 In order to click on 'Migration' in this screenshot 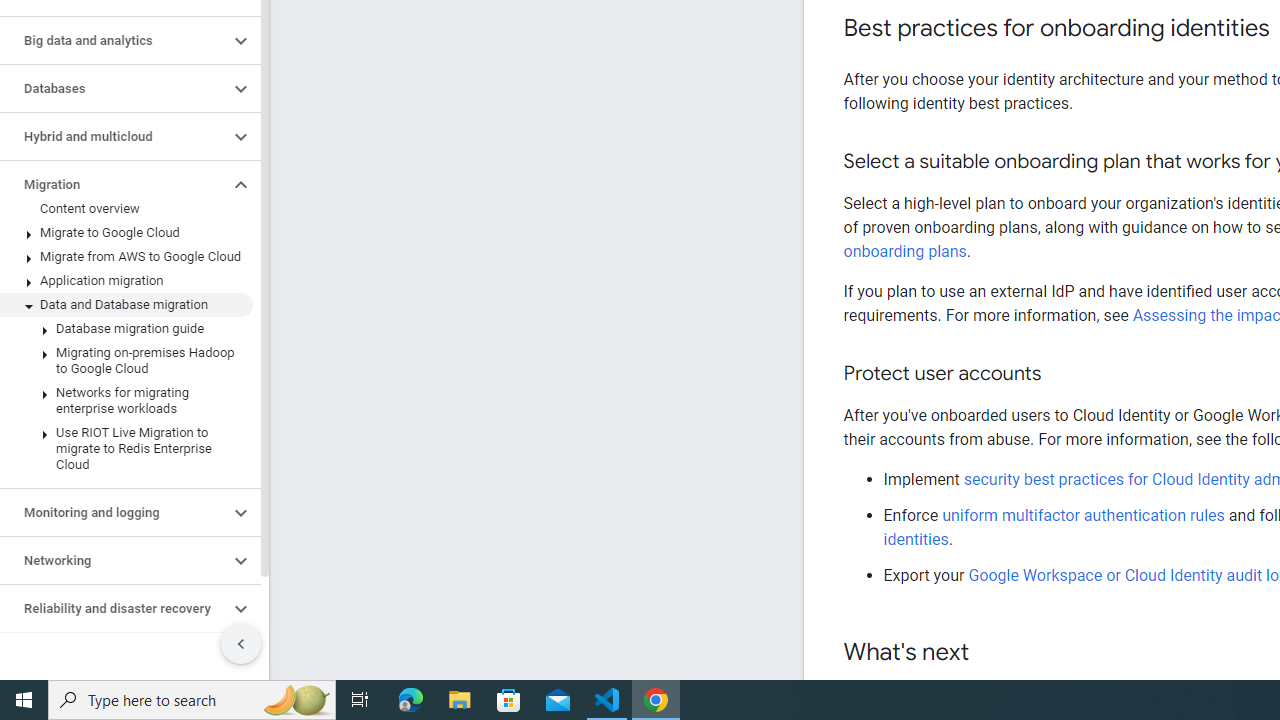, I will do `click(113, 185)`.